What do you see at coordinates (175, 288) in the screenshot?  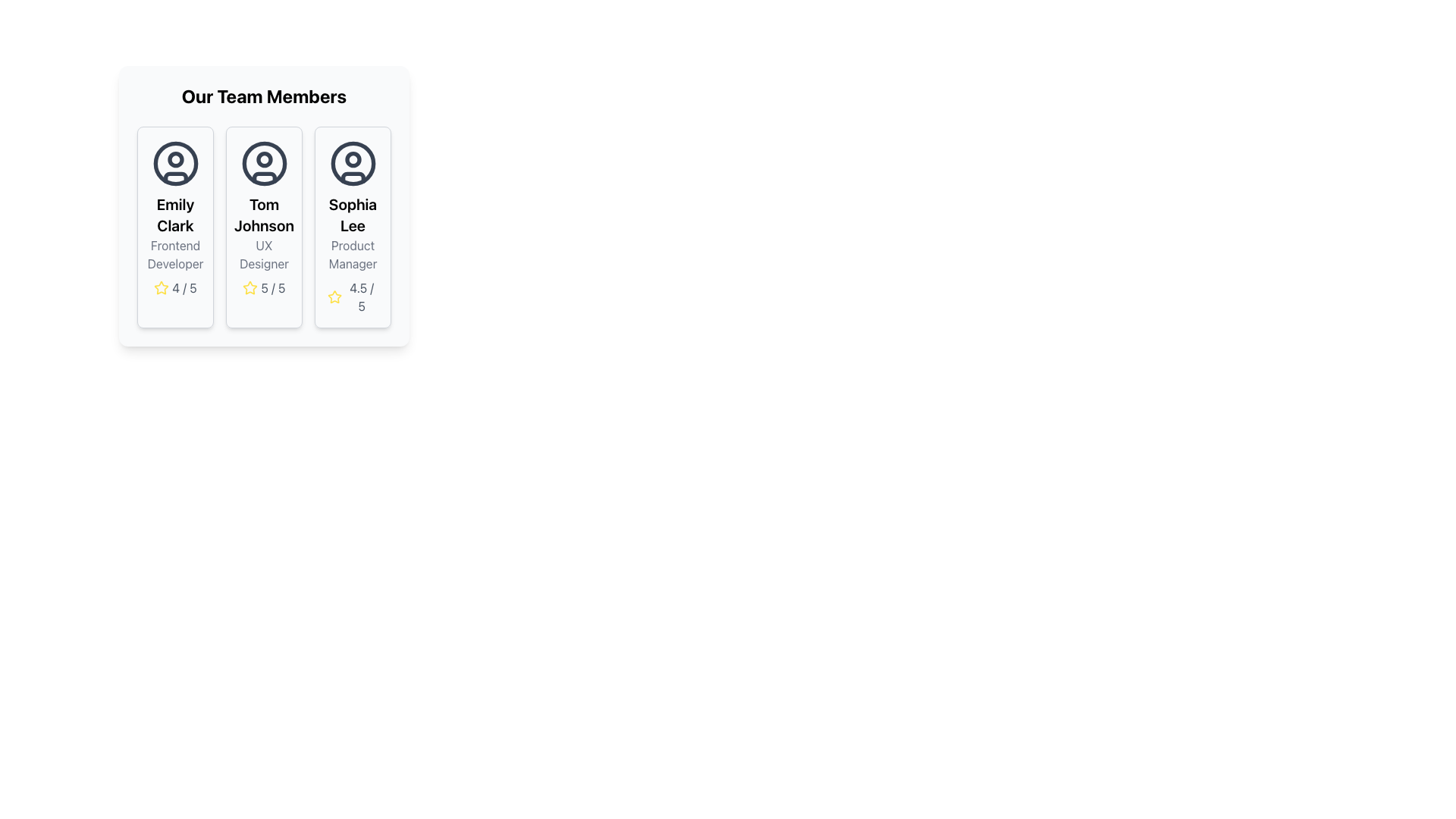 I see `rating score displayed for Emily Clark, which is part of her profile information located in the leftmost panel of the 'Our Team Members' section` at bounding box center [175, 288].